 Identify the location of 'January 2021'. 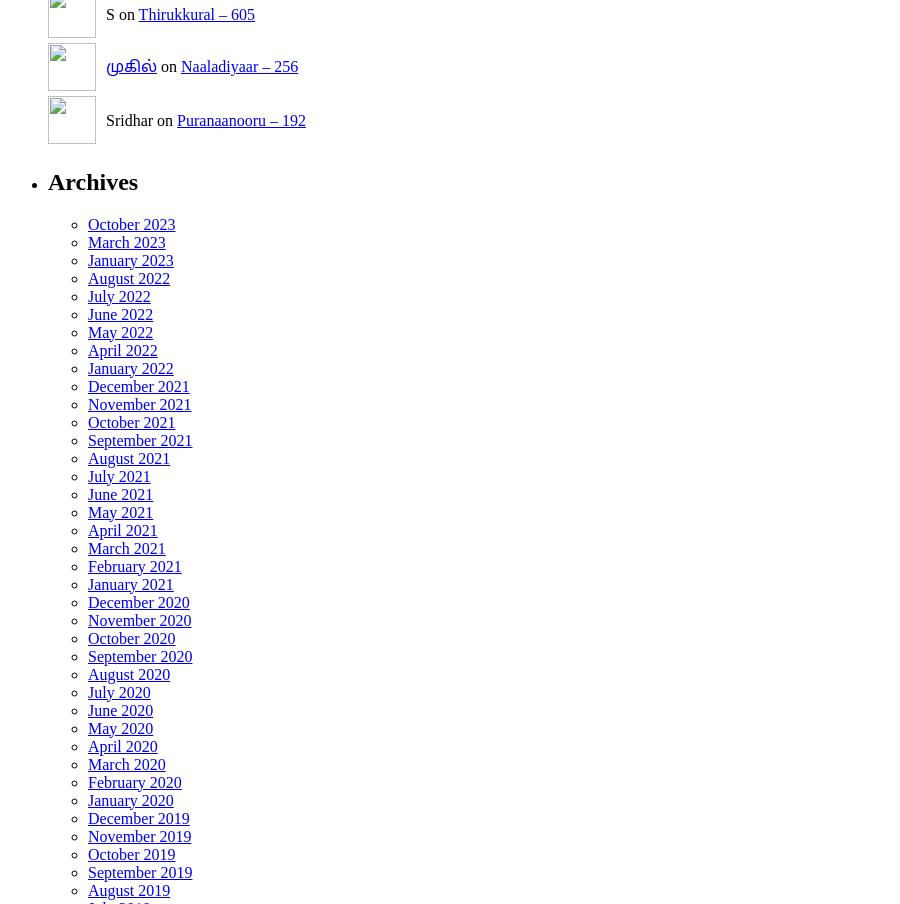
(87, 582).